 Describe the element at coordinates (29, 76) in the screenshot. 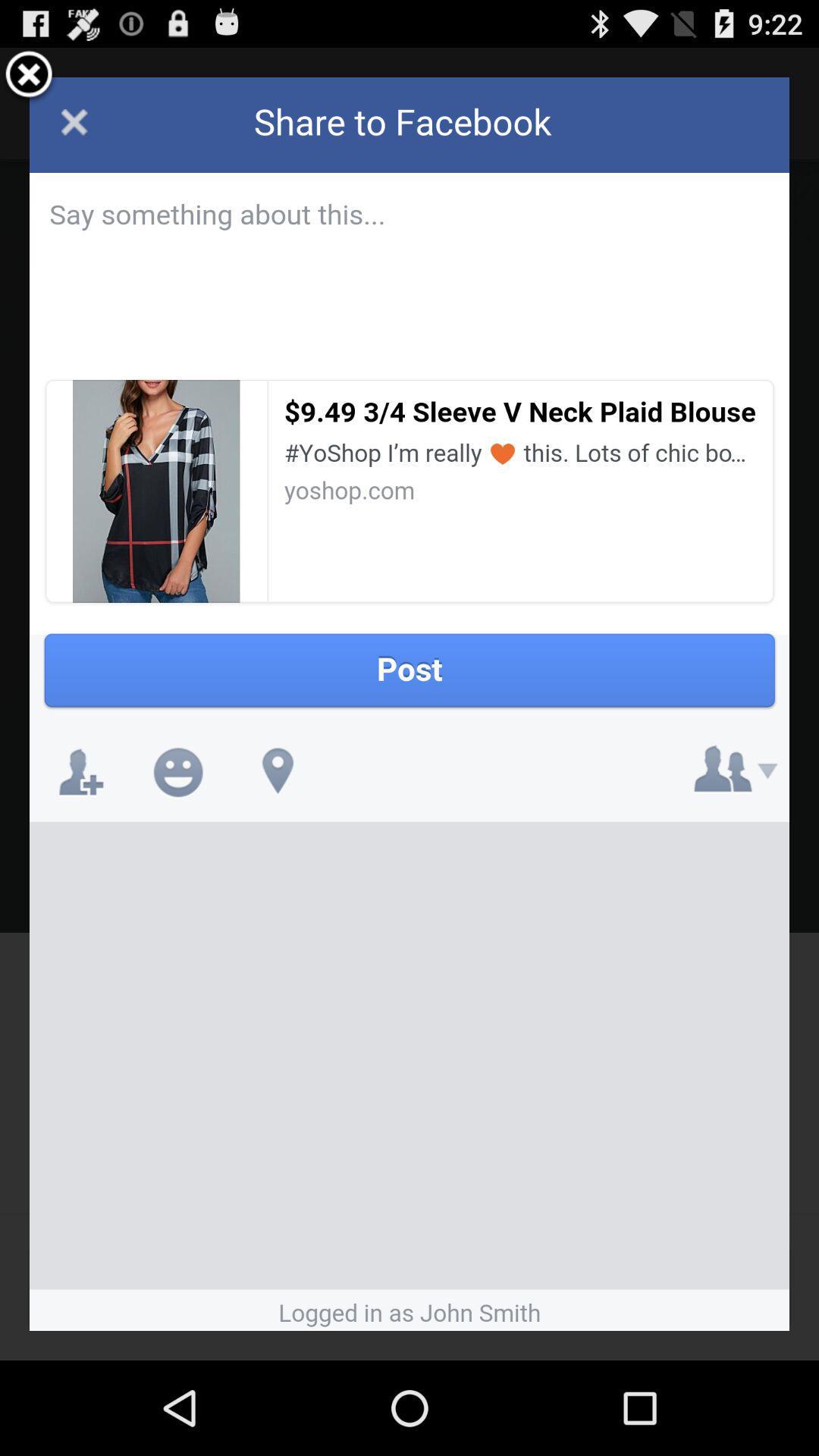

I see `the app` at that location.